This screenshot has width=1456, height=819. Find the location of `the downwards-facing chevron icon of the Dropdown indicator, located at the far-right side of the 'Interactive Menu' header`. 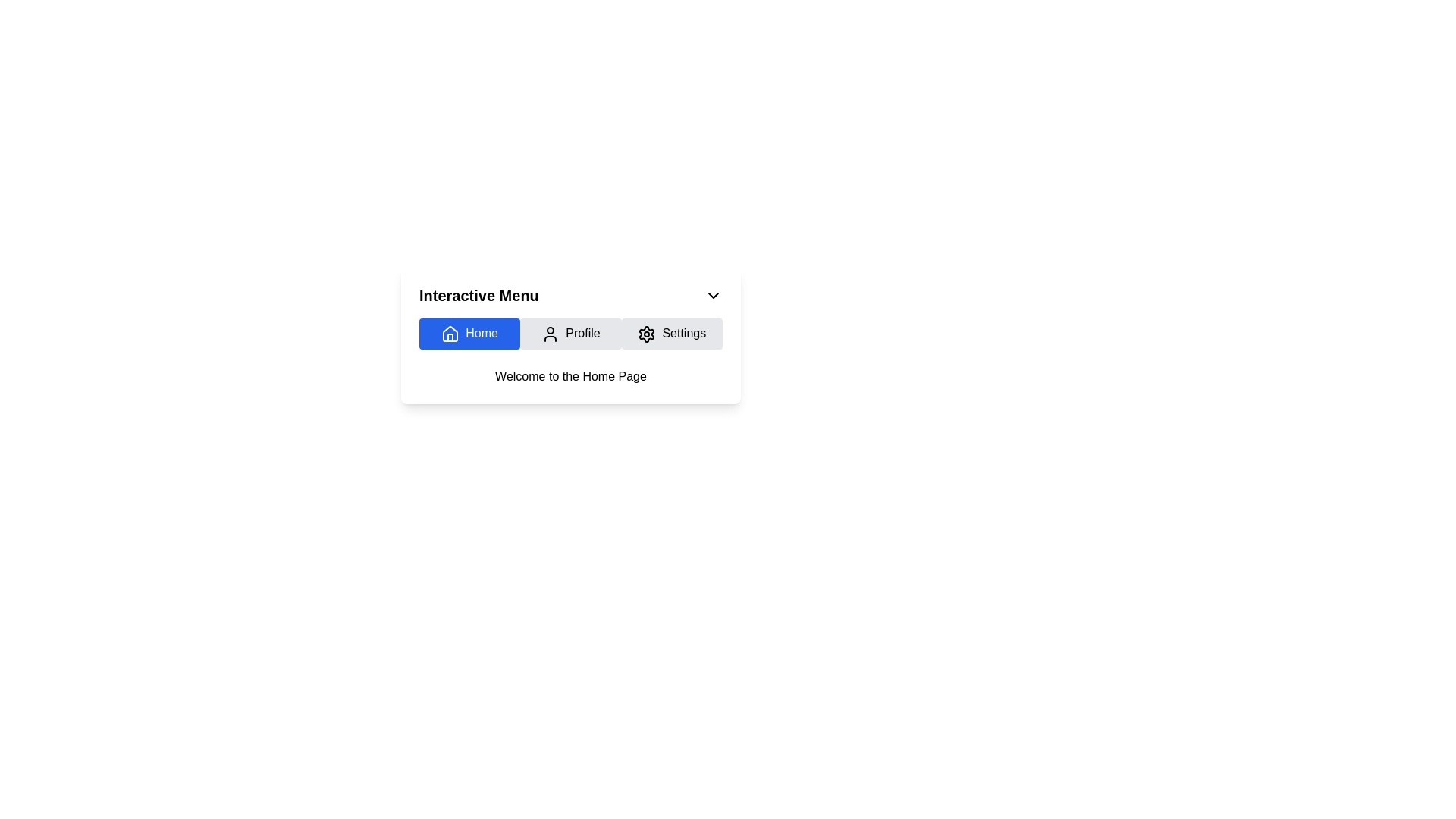

the downwards-facing chevron icon of the Dropdown indicator, located at the far-right side of the 'Interactive Menu' header is located at coordinates (712, 295).